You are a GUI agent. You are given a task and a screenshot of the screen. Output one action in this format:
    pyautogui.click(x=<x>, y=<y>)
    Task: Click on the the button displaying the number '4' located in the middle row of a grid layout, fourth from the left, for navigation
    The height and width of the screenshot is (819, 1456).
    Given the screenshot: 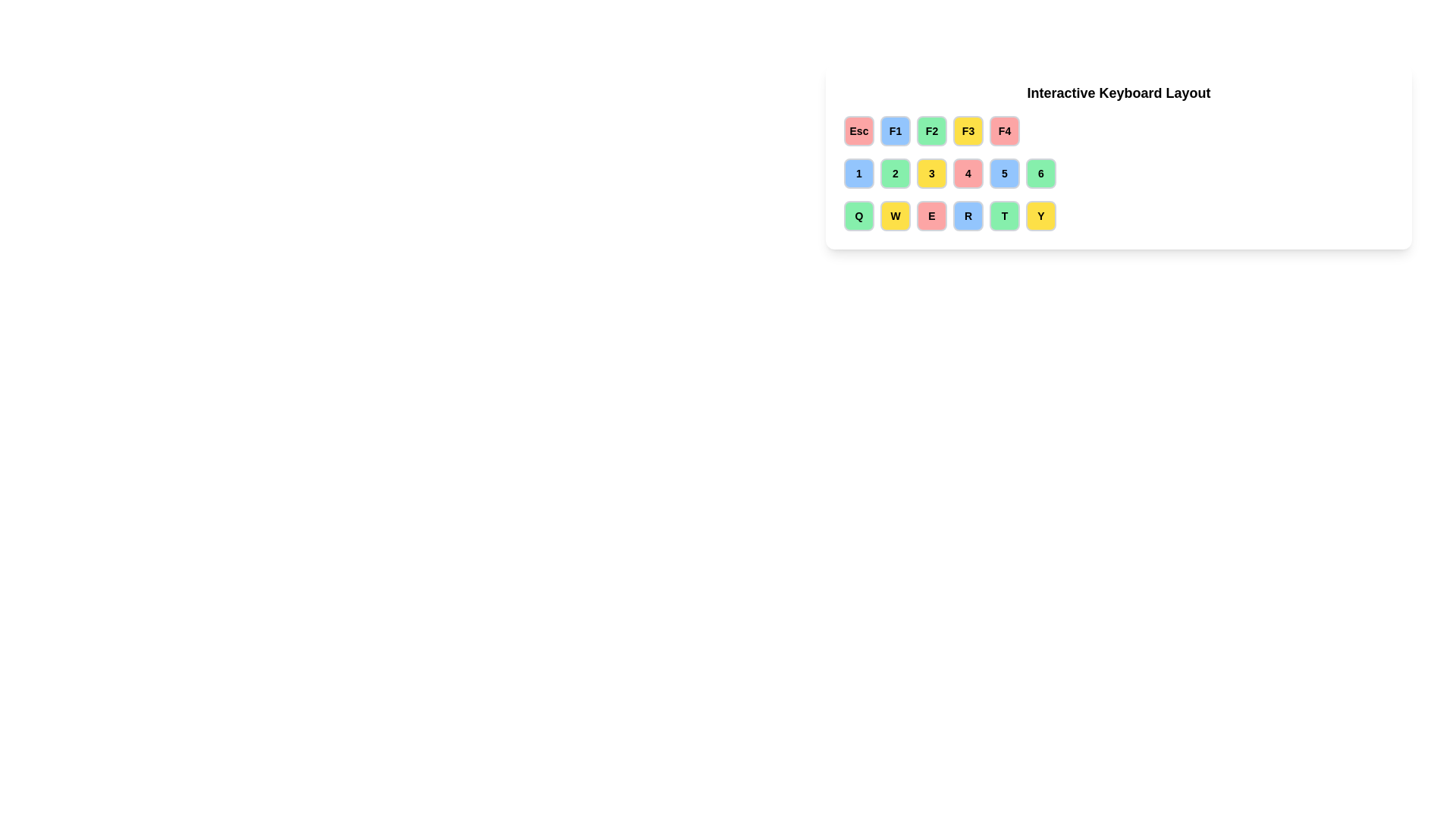 What is the action you would take?
    pyautogui.click(x=967, y=172)
    